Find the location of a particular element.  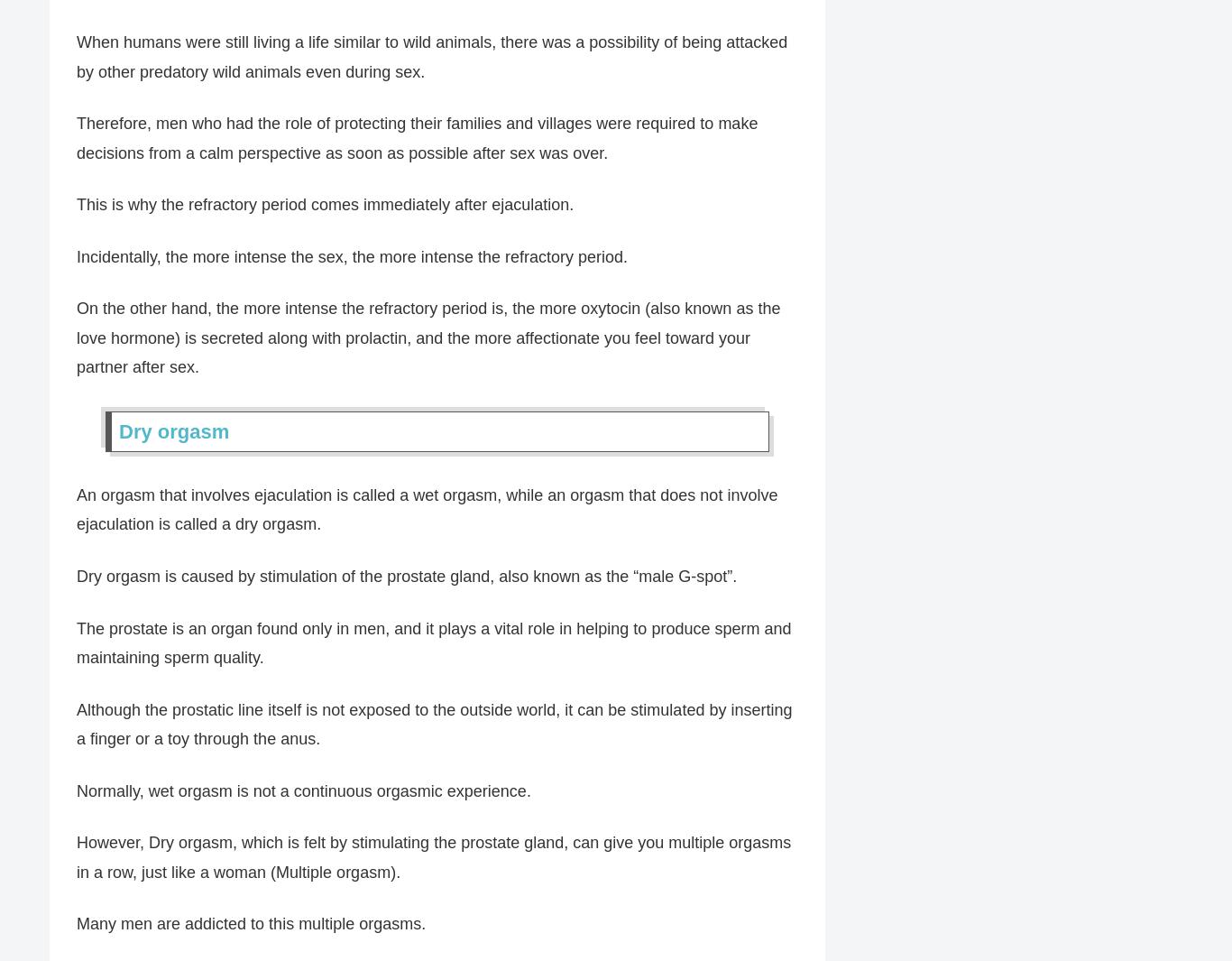

'An orgasm that involves ejaculation is called a wet orgasm, while an orgasm that does not involve ejaculation is called a dry orgasm.' is located at coordinates (427, 509).